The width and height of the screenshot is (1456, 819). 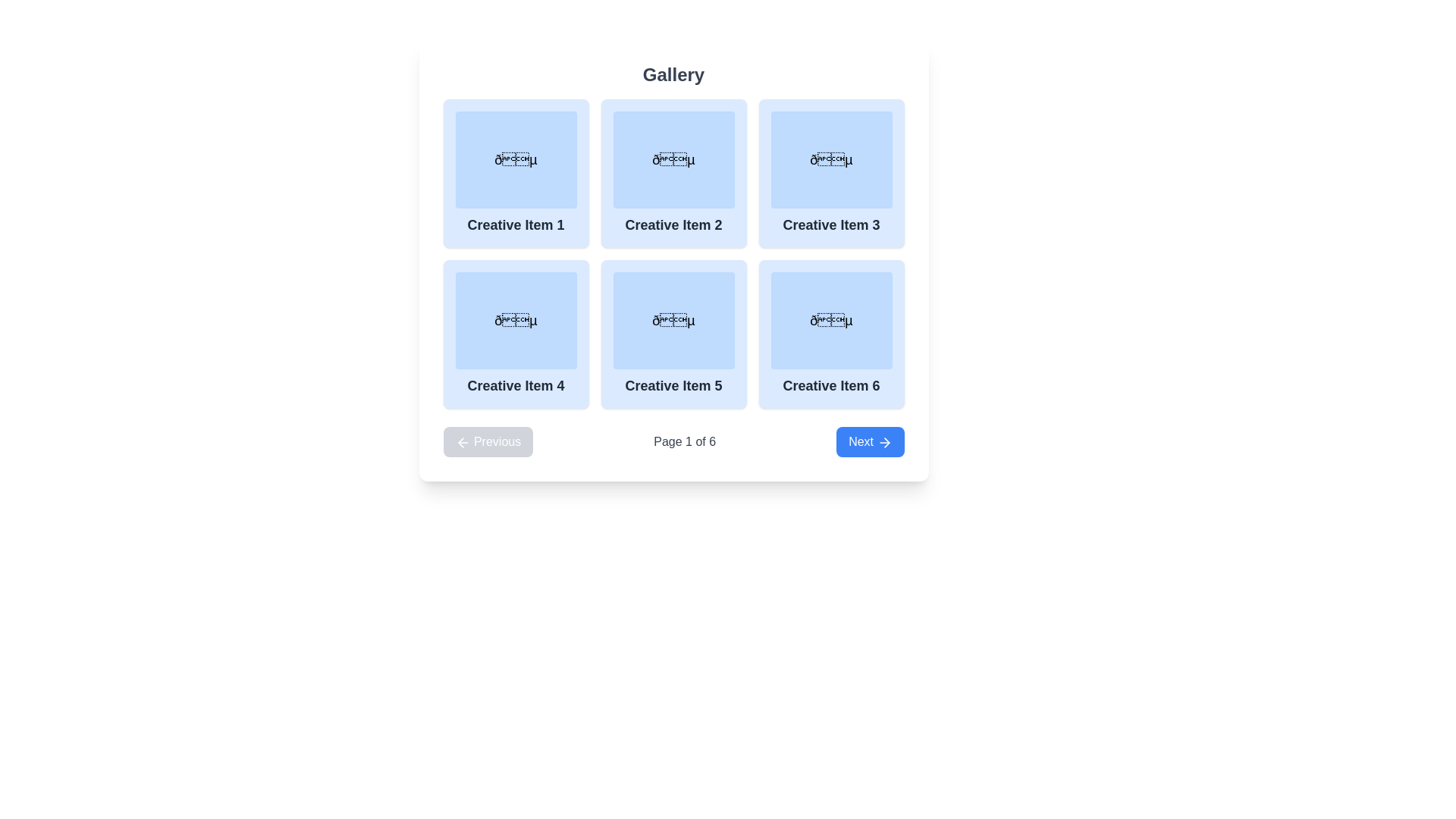 What do you see at coordinates (516, 172) in the screenshot?
I see `the first card in the upper left corner of the grid representing 'Creative Item 1'` at bounding box center [516, 172].